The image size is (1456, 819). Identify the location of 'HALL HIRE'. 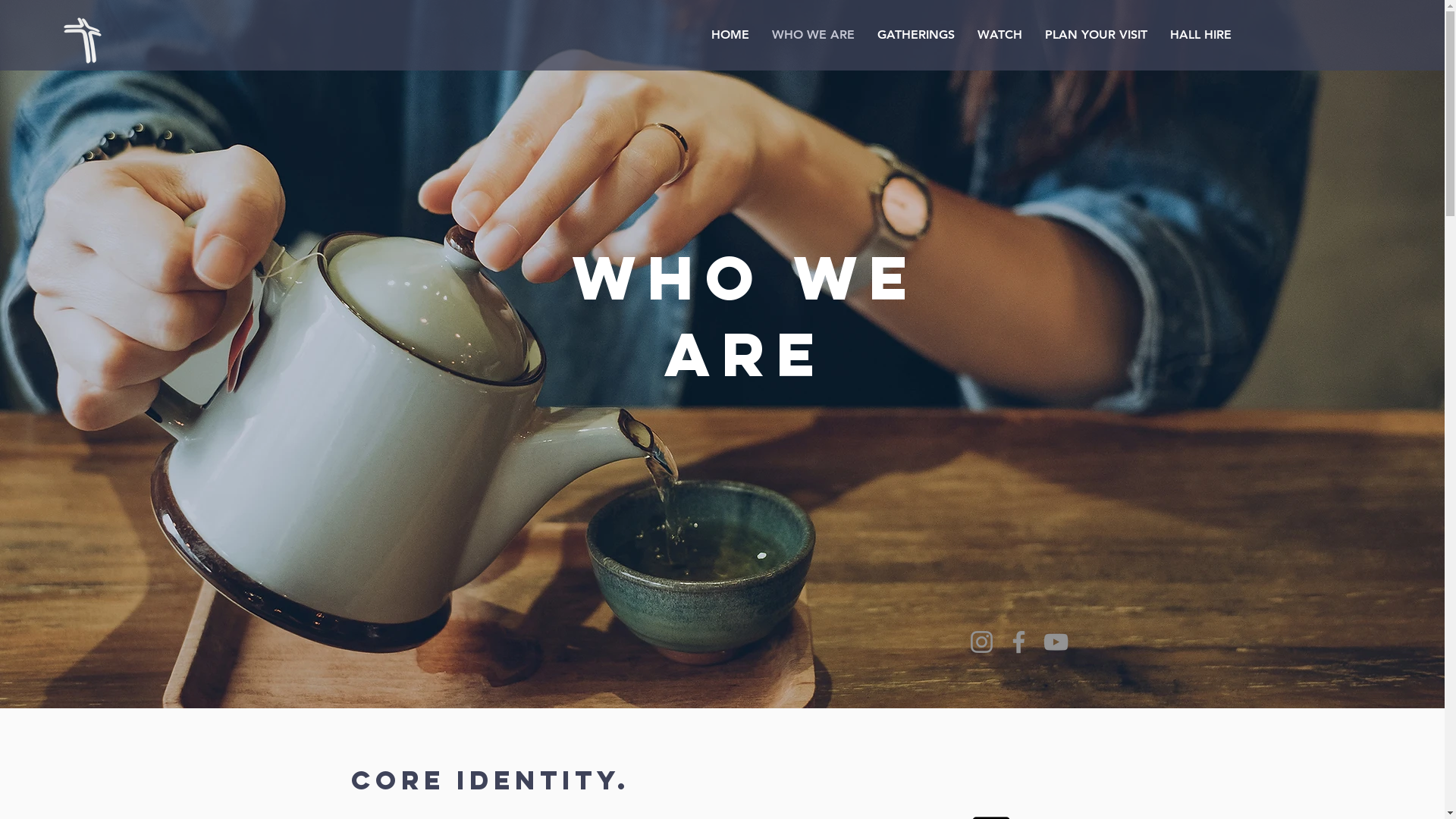
(1200, 34).